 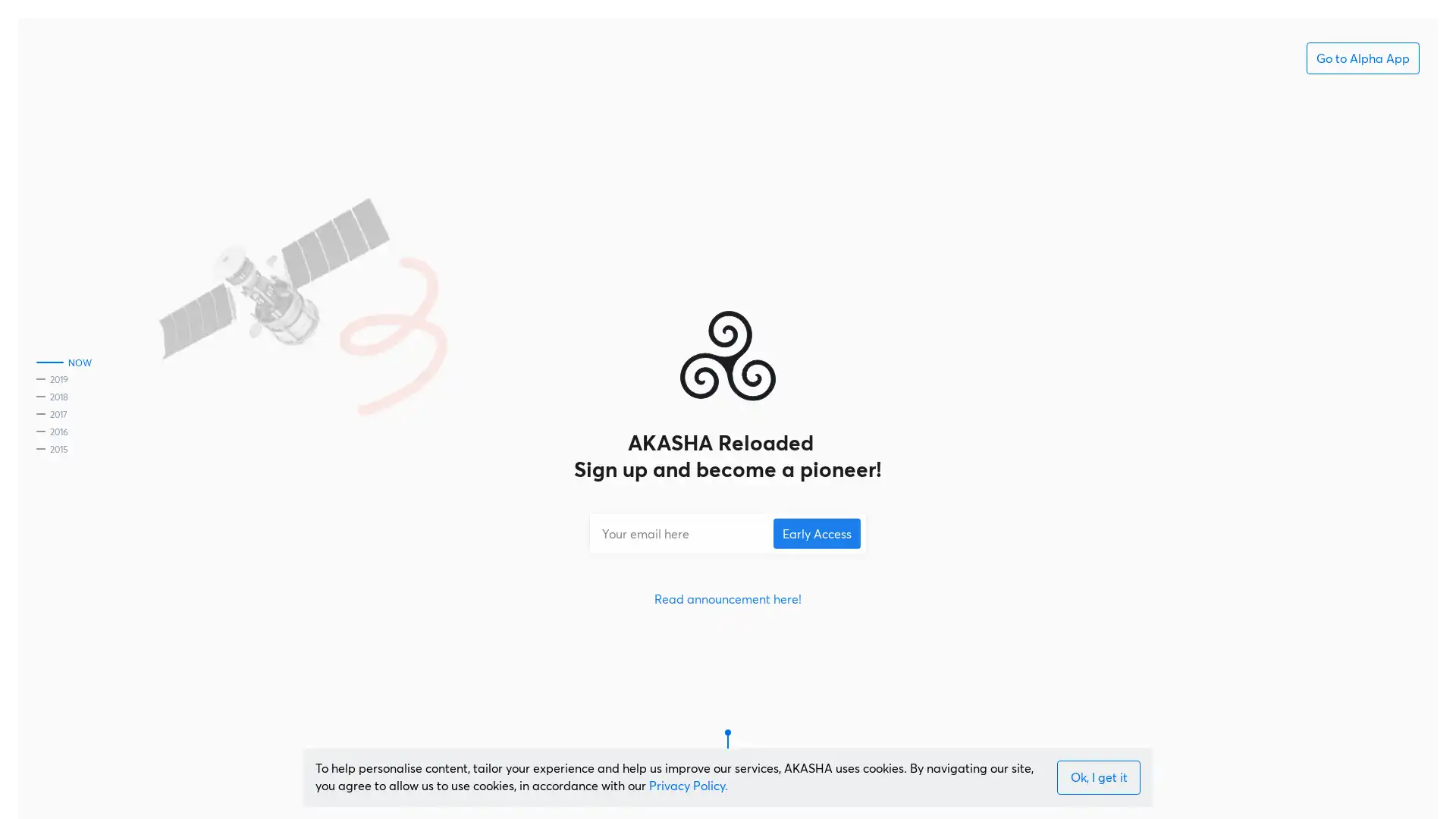 I want to click on 2016, so click(x=52, y=432).